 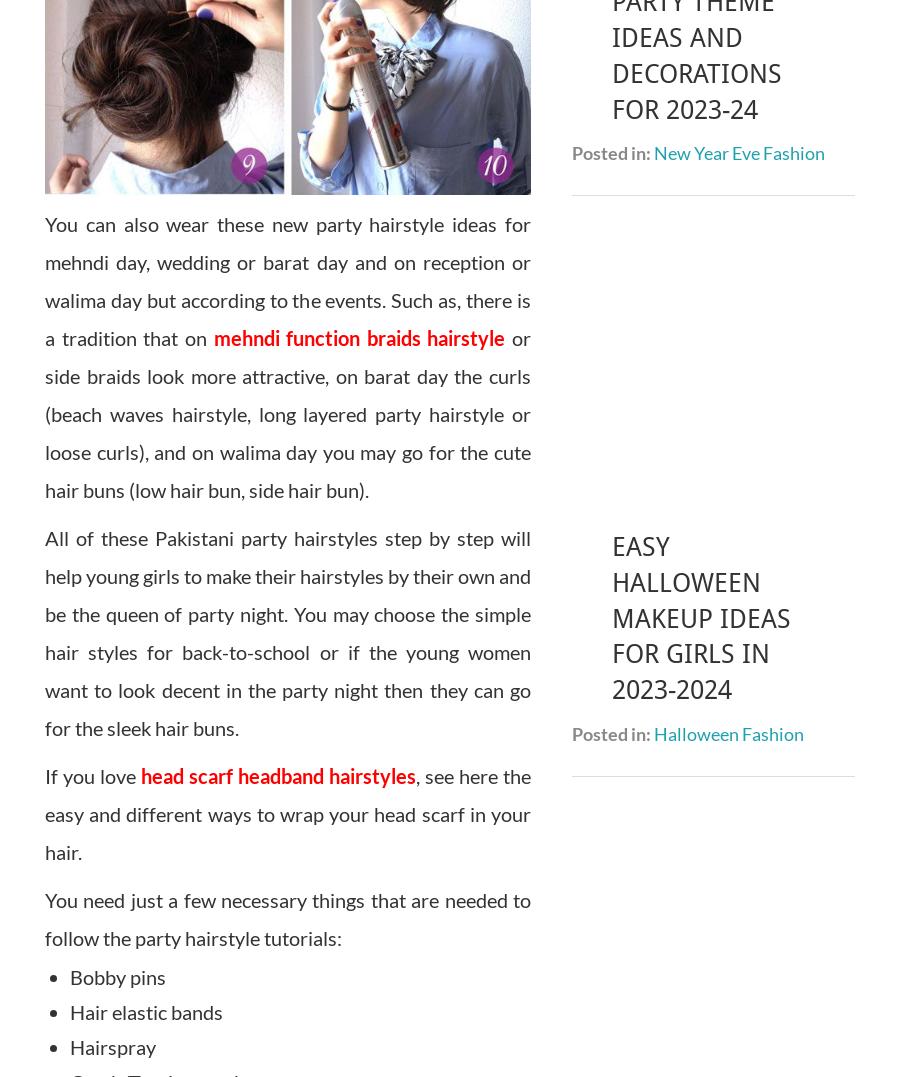 I want to click on 'Hairspray', so click(x=113, y=1046).